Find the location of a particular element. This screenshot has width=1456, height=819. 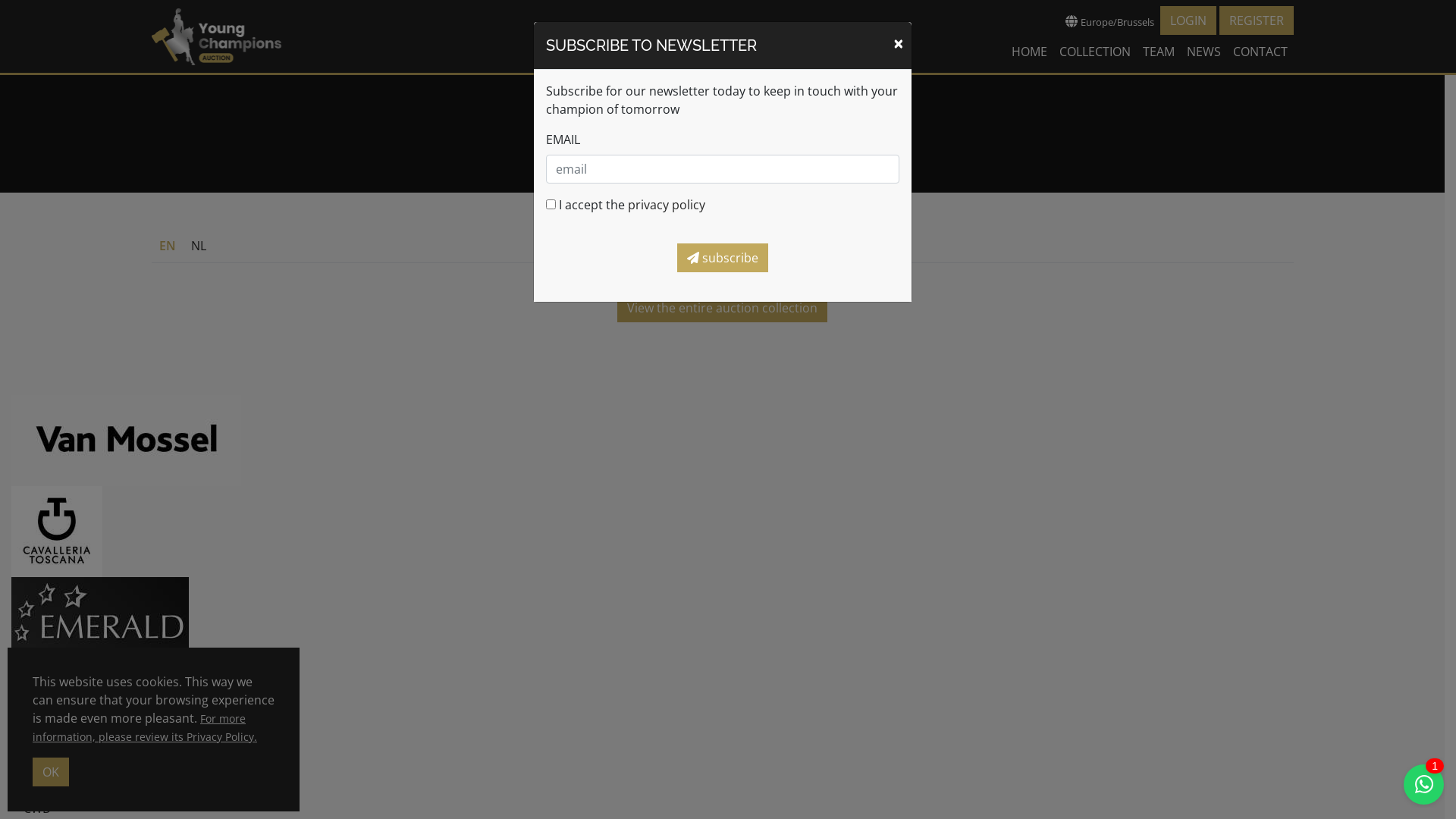

'NEWS' is located at coordinates (1202, 51).